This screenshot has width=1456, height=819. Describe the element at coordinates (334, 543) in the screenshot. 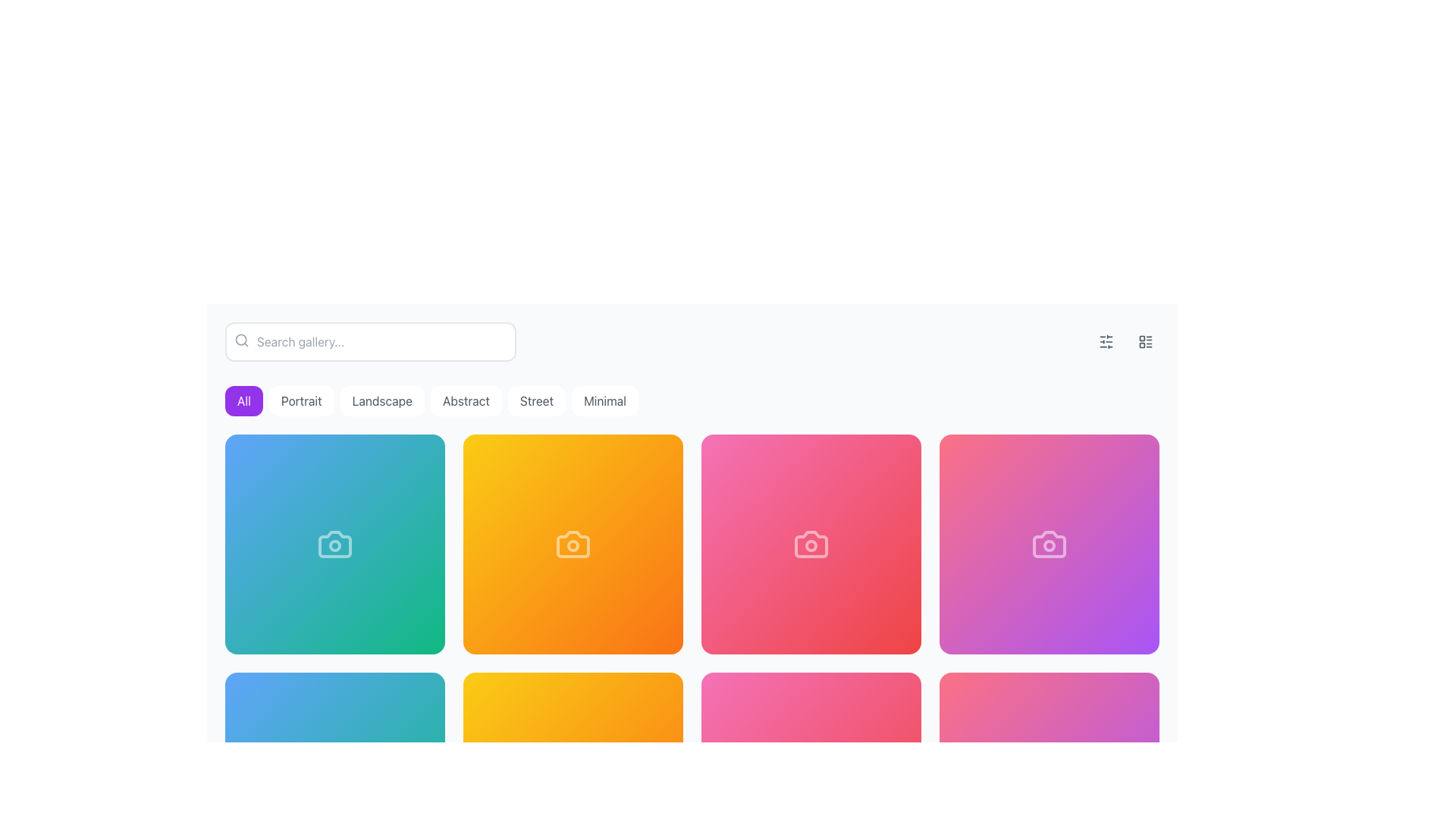

I see `the first grid item with an embedded icon` at that location.